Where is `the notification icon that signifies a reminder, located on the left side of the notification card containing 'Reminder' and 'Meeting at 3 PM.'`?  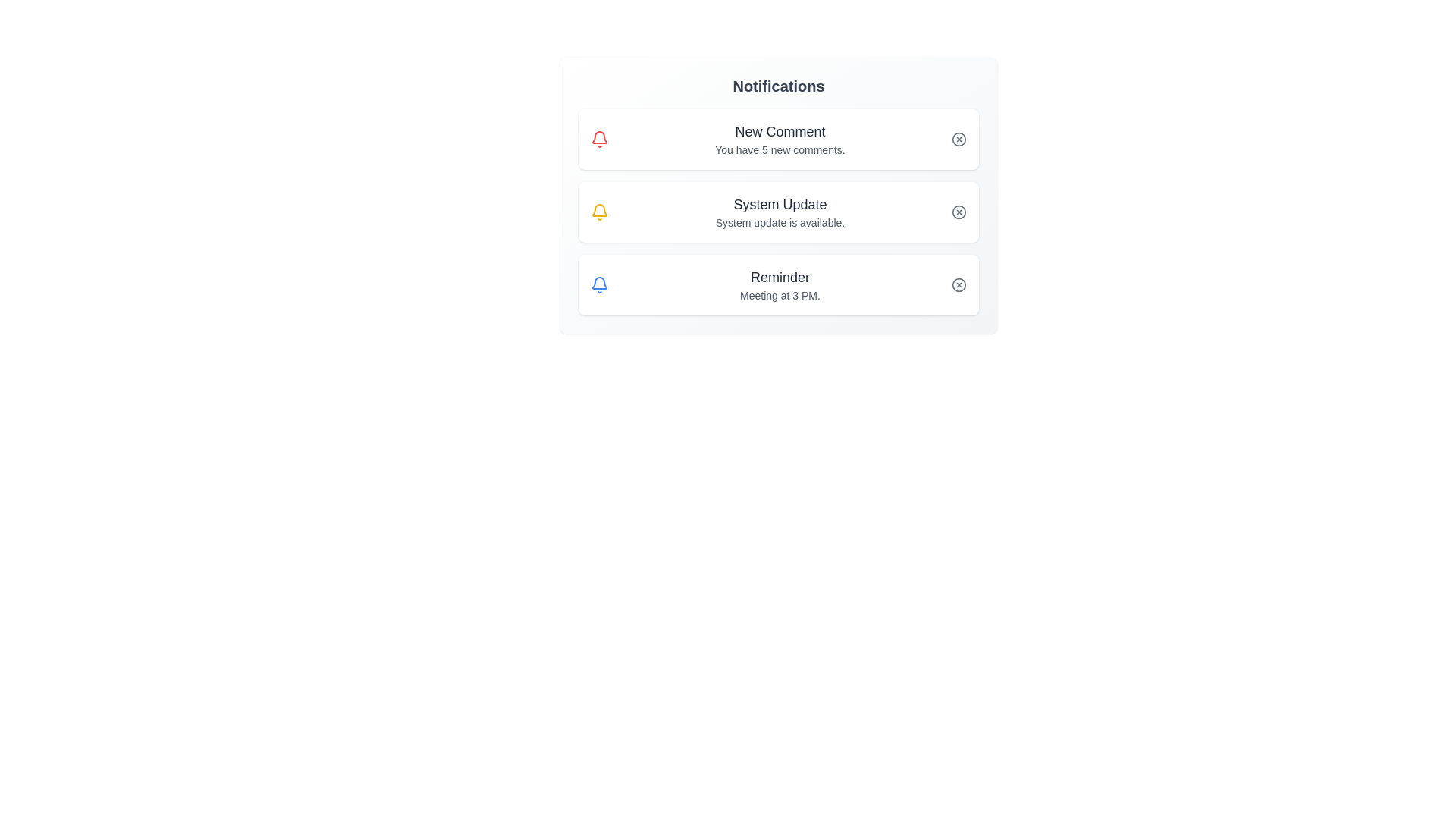
the notification icon that signifies a reminder, located on the left side of the notification card containing 'Reminder' and 'Meeting at 3 PM.' is located at coordinates (599, 284).